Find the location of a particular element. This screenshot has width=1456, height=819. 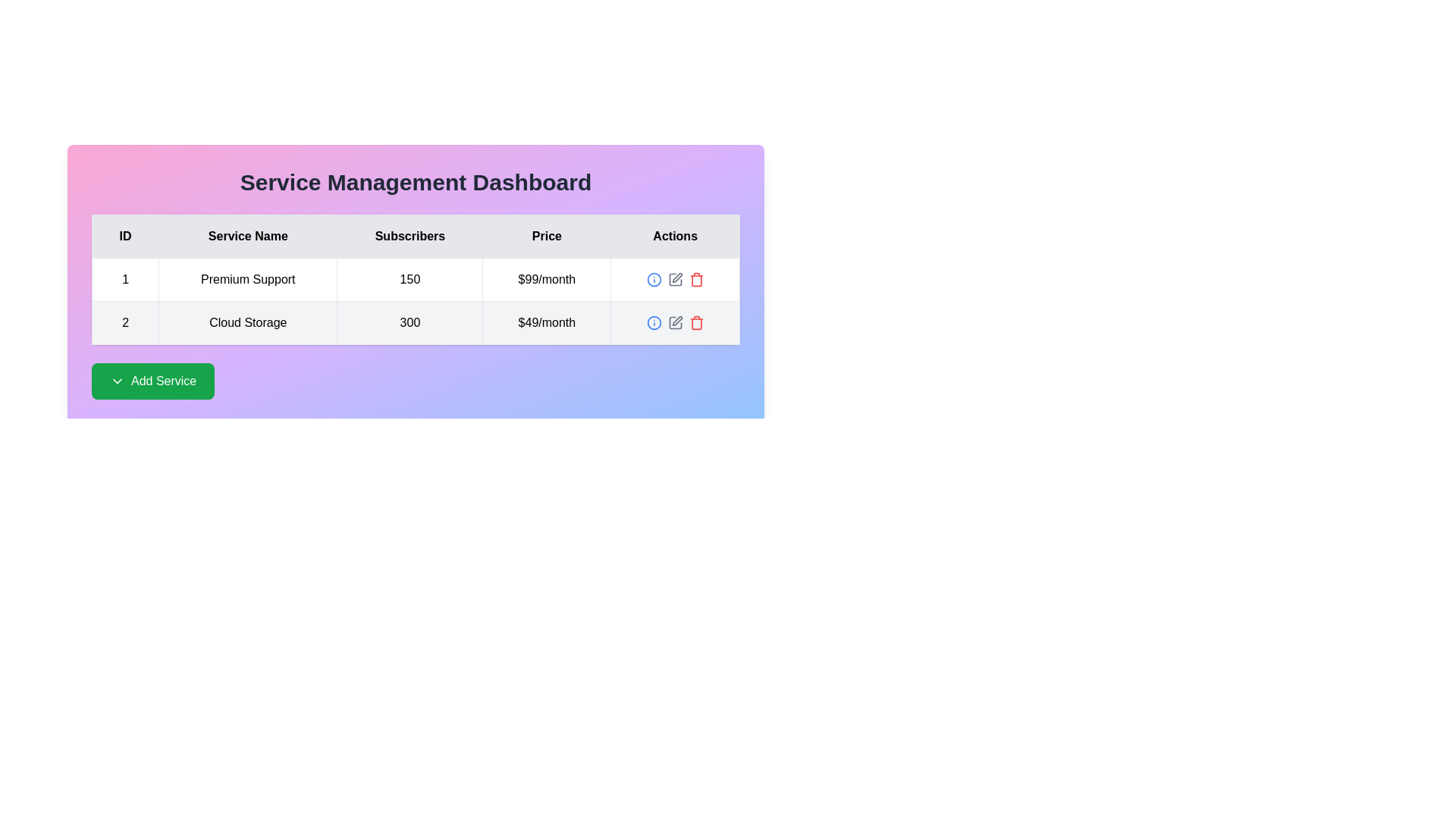

information displayed in the text label showing '$99/month' in the Service Management Dashboard, located in the fourth column of the first row under the 'Price' header is located at coordinates (546, 280).